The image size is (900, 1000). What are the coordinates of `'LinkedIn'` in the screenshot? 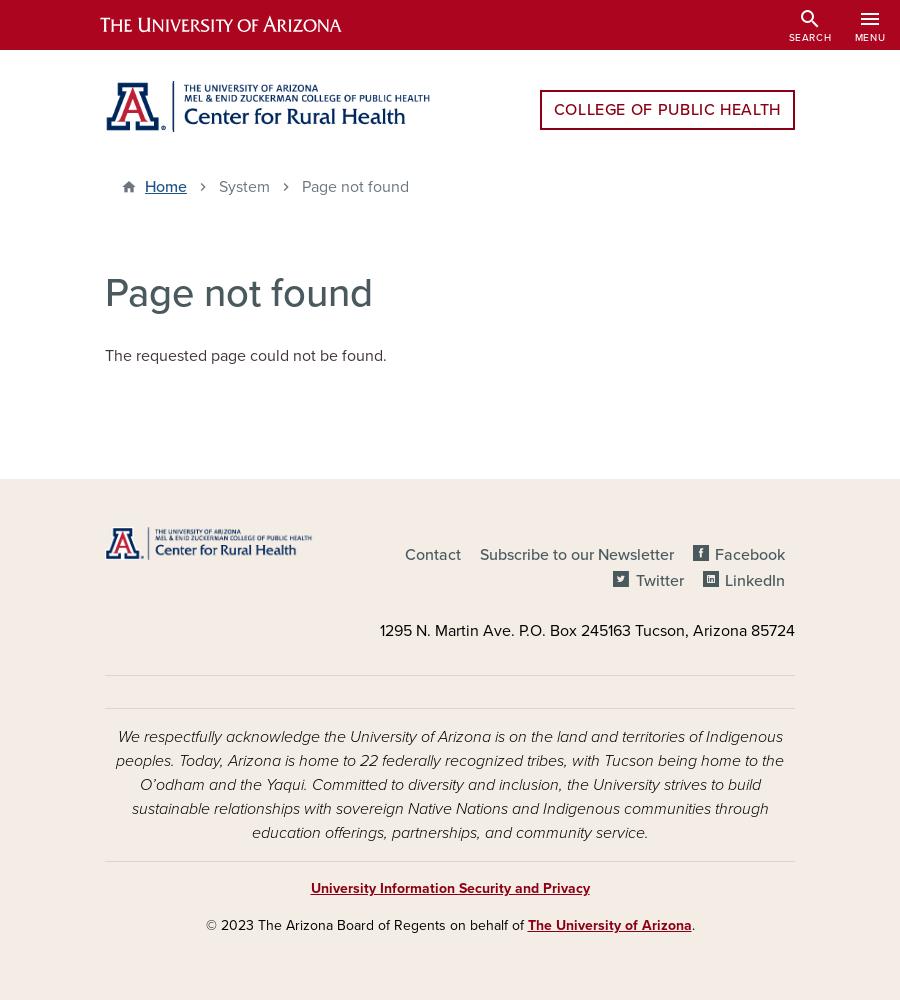 It's located at (754, 580).